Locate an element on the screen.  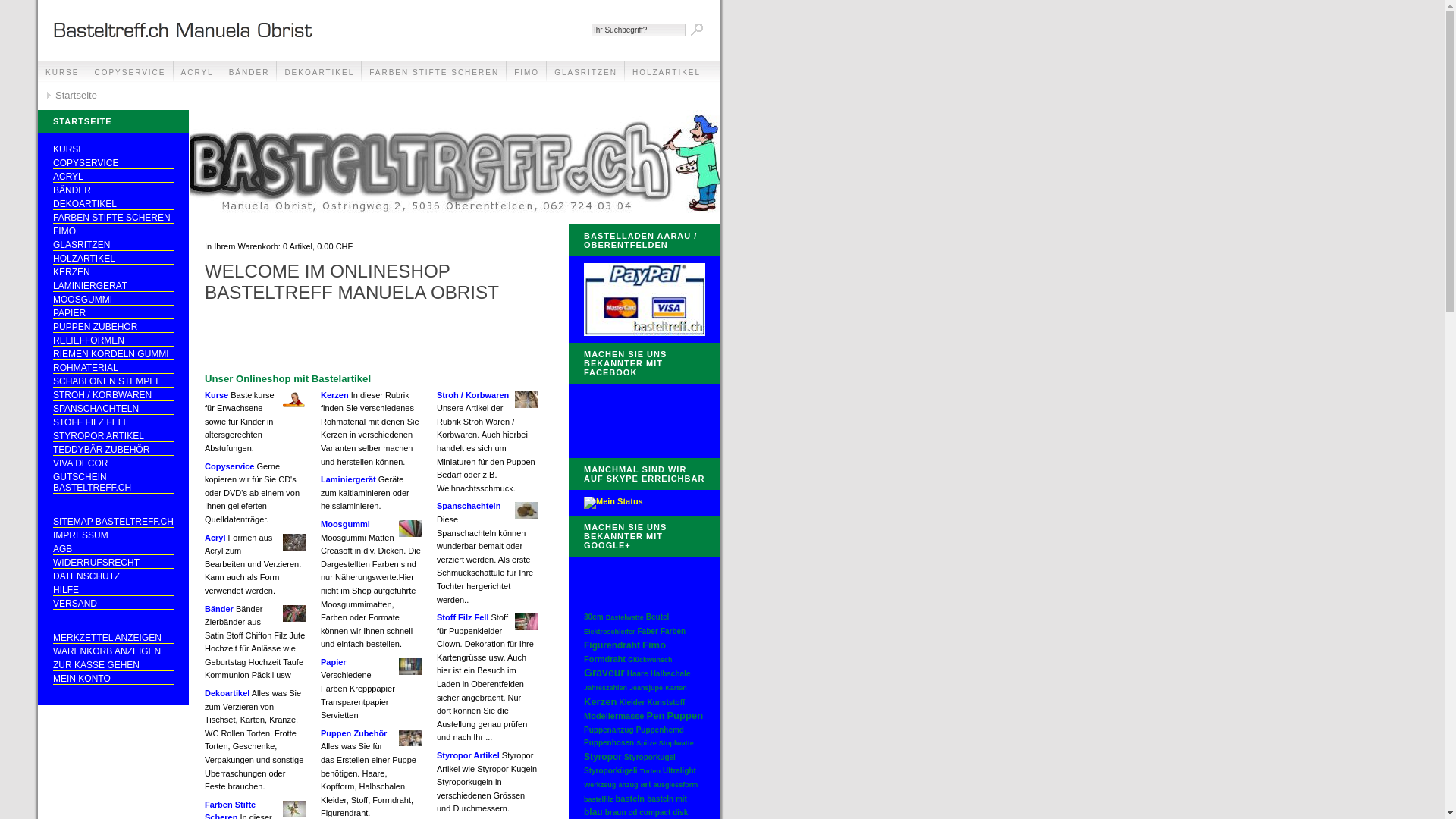
'Stroh / Korbwaren' is located at coordinates (436, 394).